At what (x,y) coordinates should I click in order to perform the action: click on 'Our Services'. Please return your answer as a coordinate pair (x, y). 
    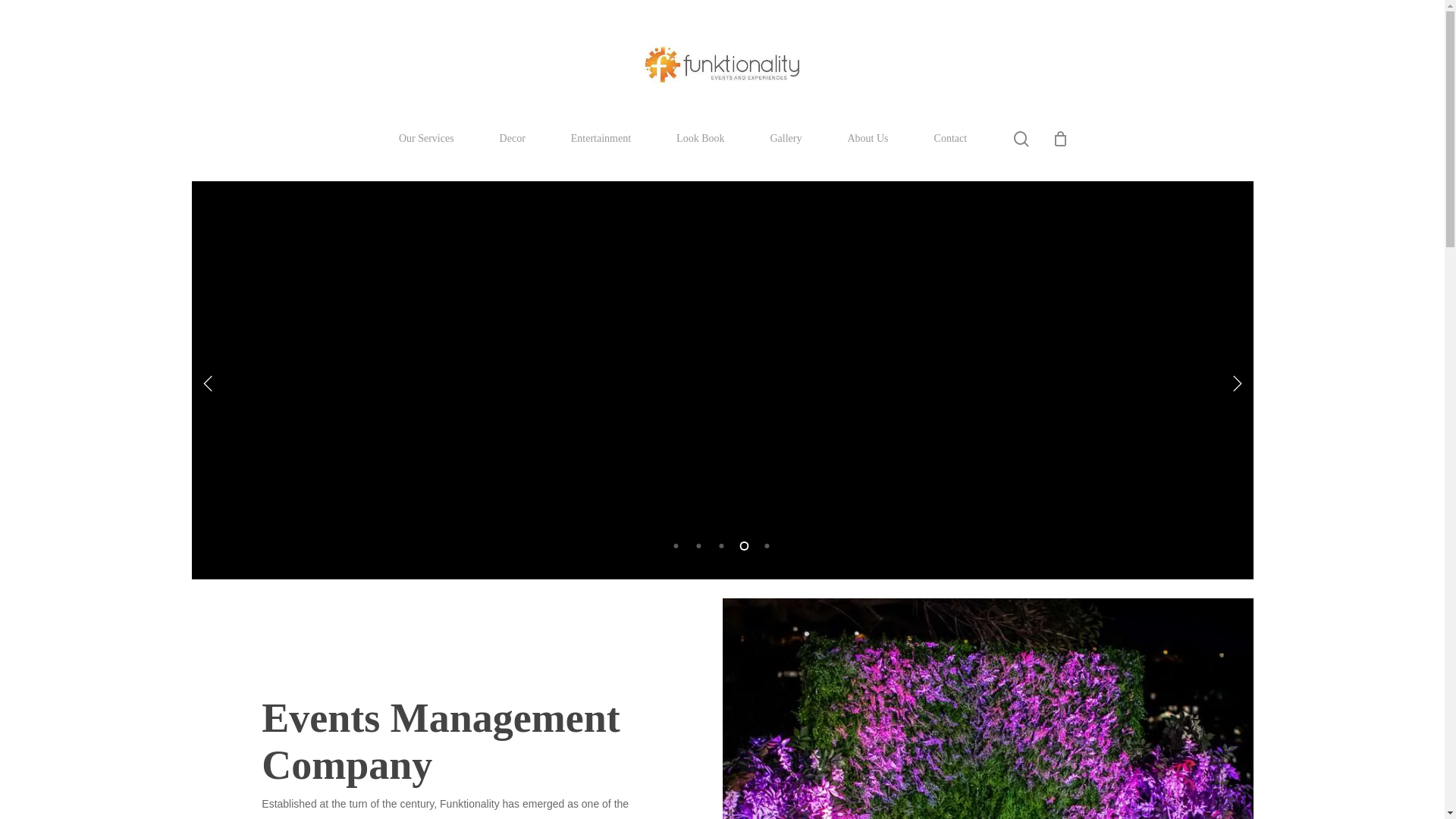
    Looking at the image, I should click on (425, 138).